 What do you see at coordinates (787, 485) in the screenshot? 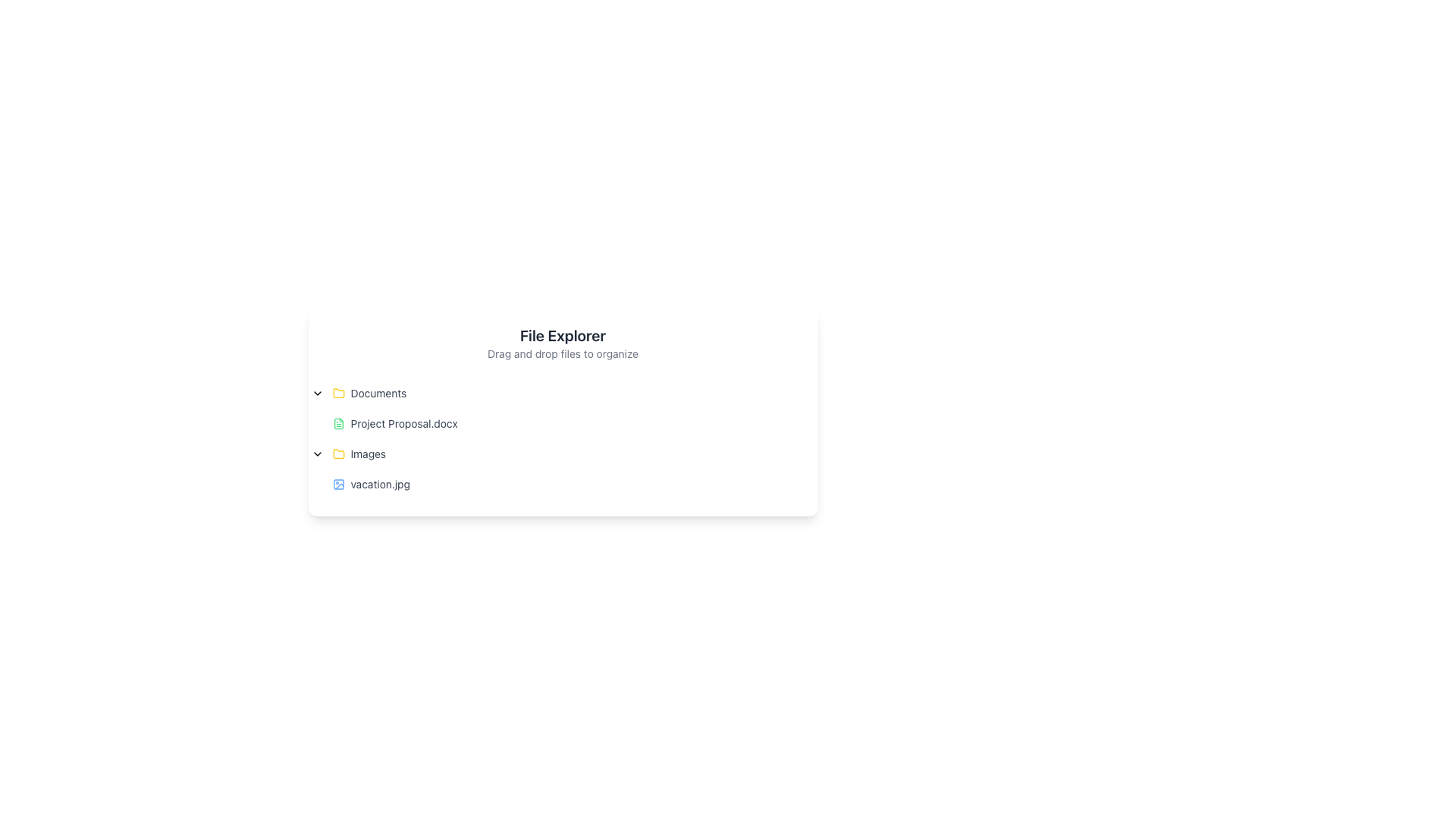
I see `the ellipsis button at the far-right end of the row for the file 'vacation.jpg' to invoke the context menu` at bounding box center [787, 485].